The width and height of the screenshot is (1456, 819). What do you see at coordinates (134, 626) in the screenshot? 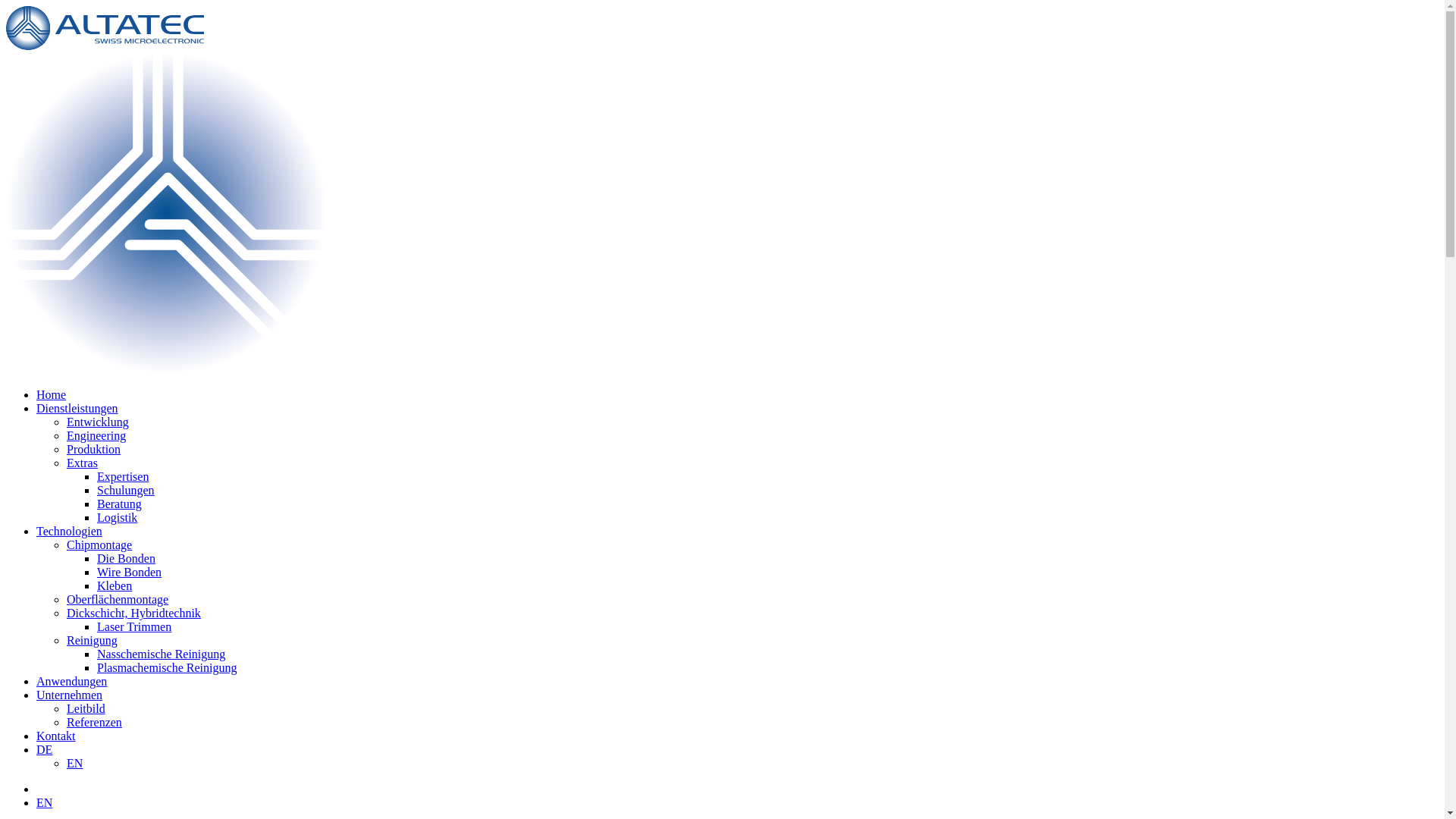
I see `'Laser Trimmen'` at bounding box center [134, 626].